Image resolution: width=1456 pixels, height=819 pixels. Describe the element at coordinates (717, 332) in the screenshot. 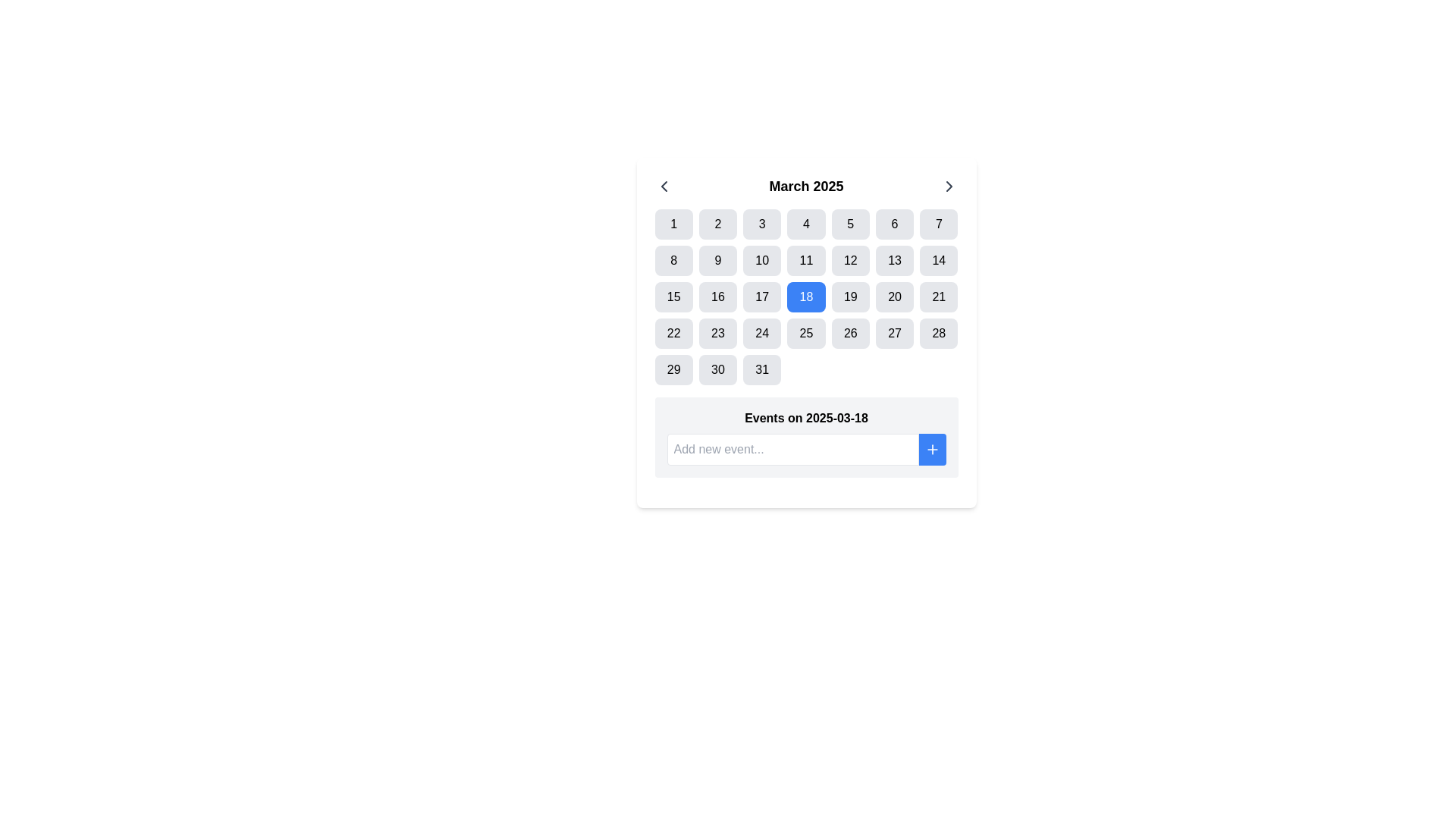

I see `the button labeled '23', which is a rounded rectangular button in a light gray background located in the fourth row, second column of a 7-column grid` at that location.